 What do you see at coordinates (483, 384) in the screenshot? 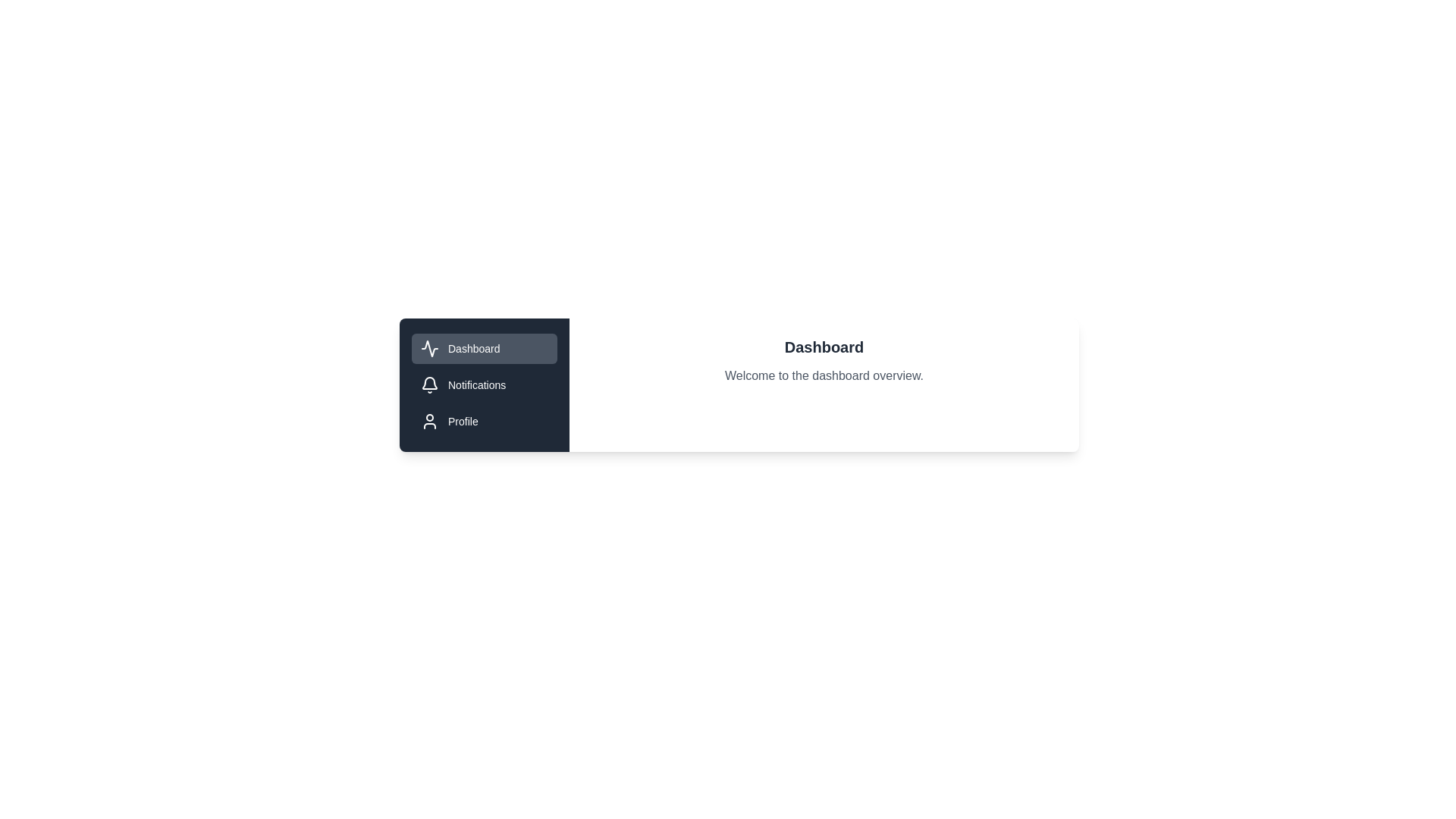
I see `the tab Notifications to view its content` at bounding box center [483, 384].